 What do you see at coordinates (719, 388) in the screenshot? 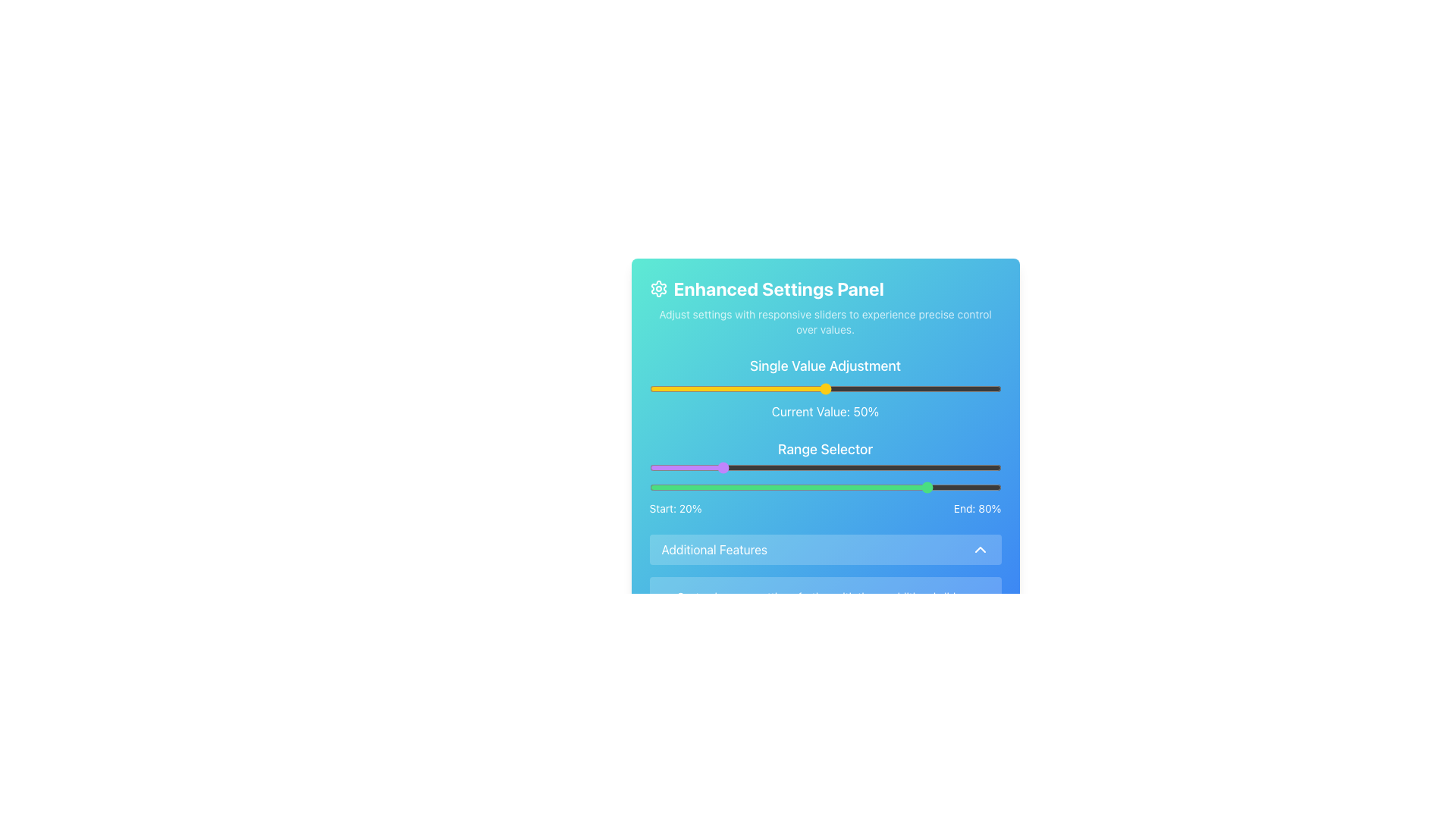
I see `the slider value` at bounding box center [719, 388].